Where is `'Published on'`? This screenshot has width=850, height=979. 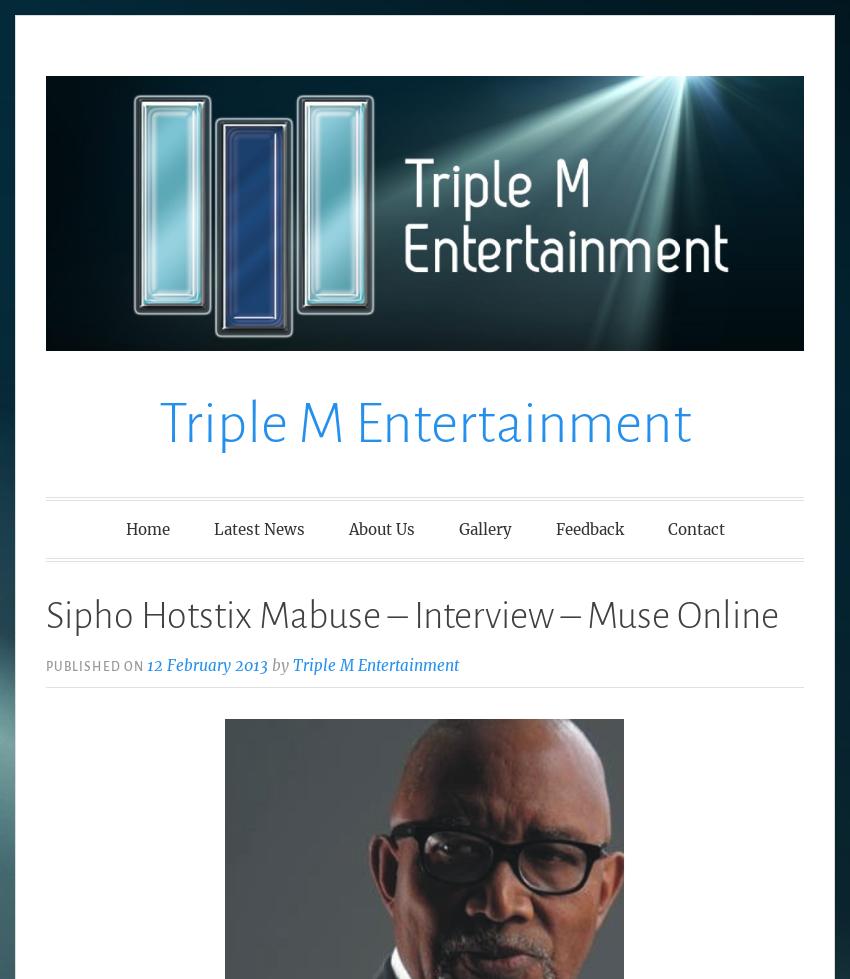
'Published on' is located at coordinates (45, 665).